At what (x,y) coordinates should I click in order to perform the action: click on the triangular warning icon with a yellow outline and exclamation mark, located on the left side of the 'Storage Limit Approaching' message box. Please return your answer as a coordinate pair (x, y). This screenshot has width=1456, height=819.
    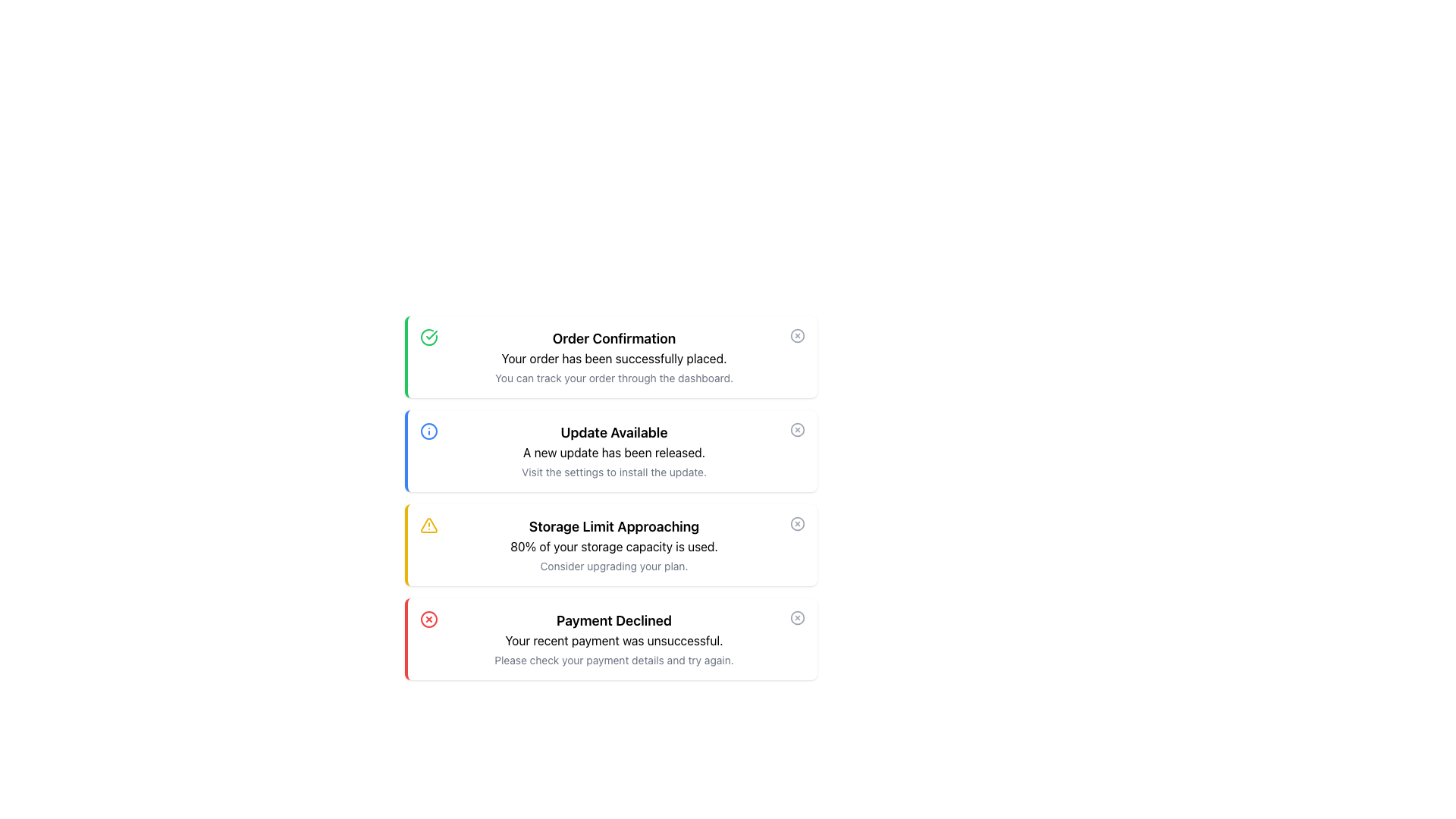
    Looking at the image, I should click on (428, 525).